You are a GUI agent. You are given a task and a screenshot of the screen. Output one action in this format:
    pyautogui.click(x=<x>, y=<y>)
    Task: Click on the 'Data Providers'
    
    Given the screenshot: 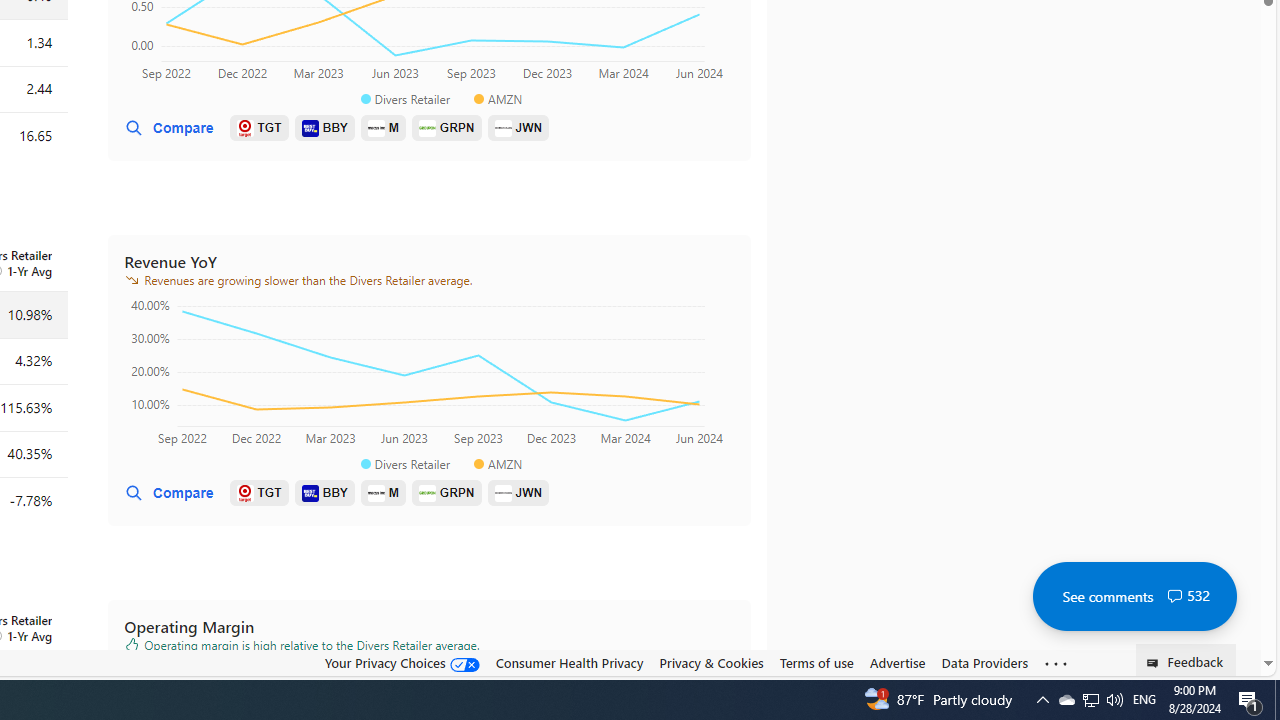 What is the action you would take?
    pyautogui.click(x=984, y=663)
    